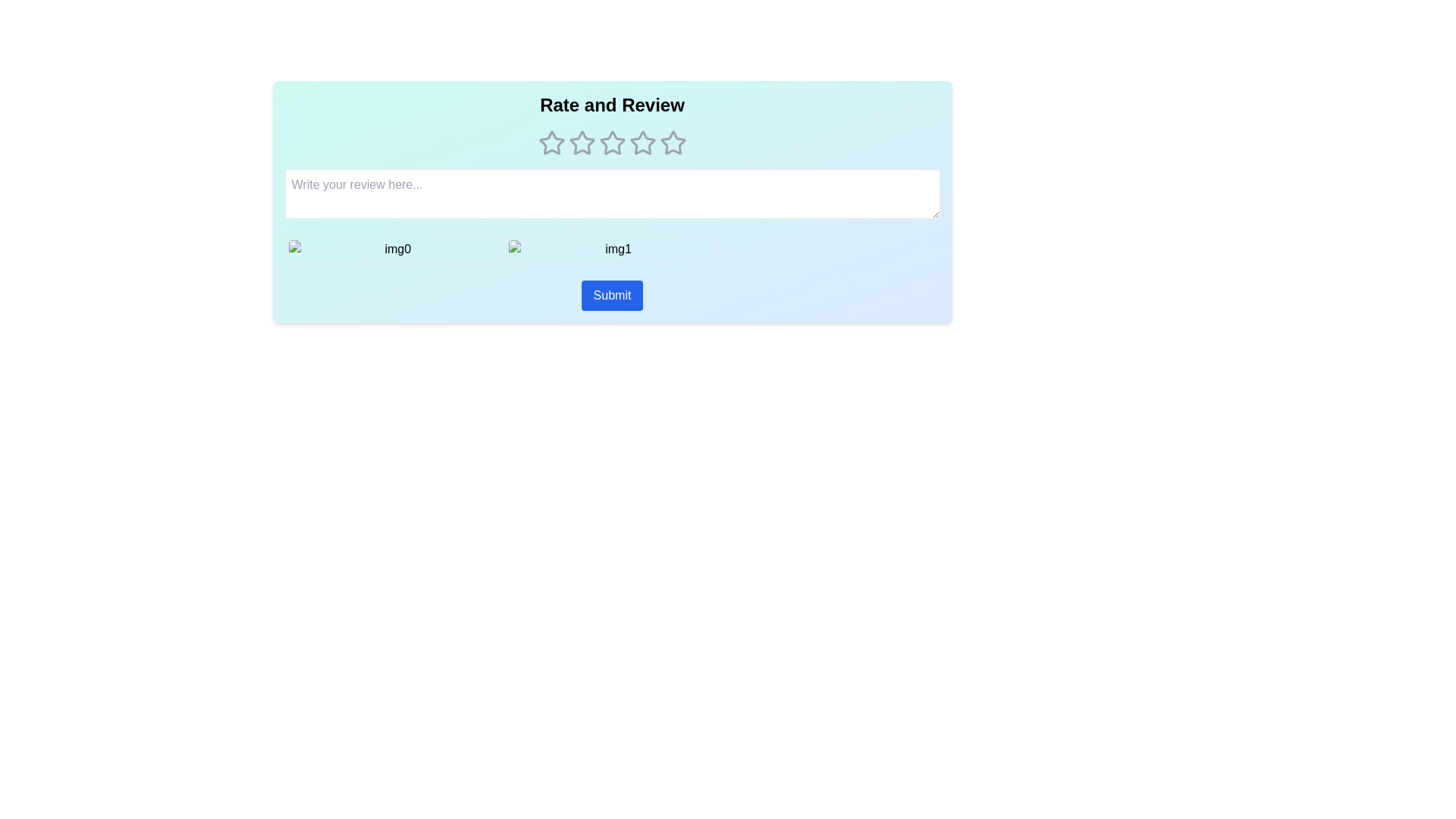  What do you see at coordinates (581, 143) in the screenshot?
I see `the star corresponding to 2 stars to preview the rating` at bounding box center [581, 143].